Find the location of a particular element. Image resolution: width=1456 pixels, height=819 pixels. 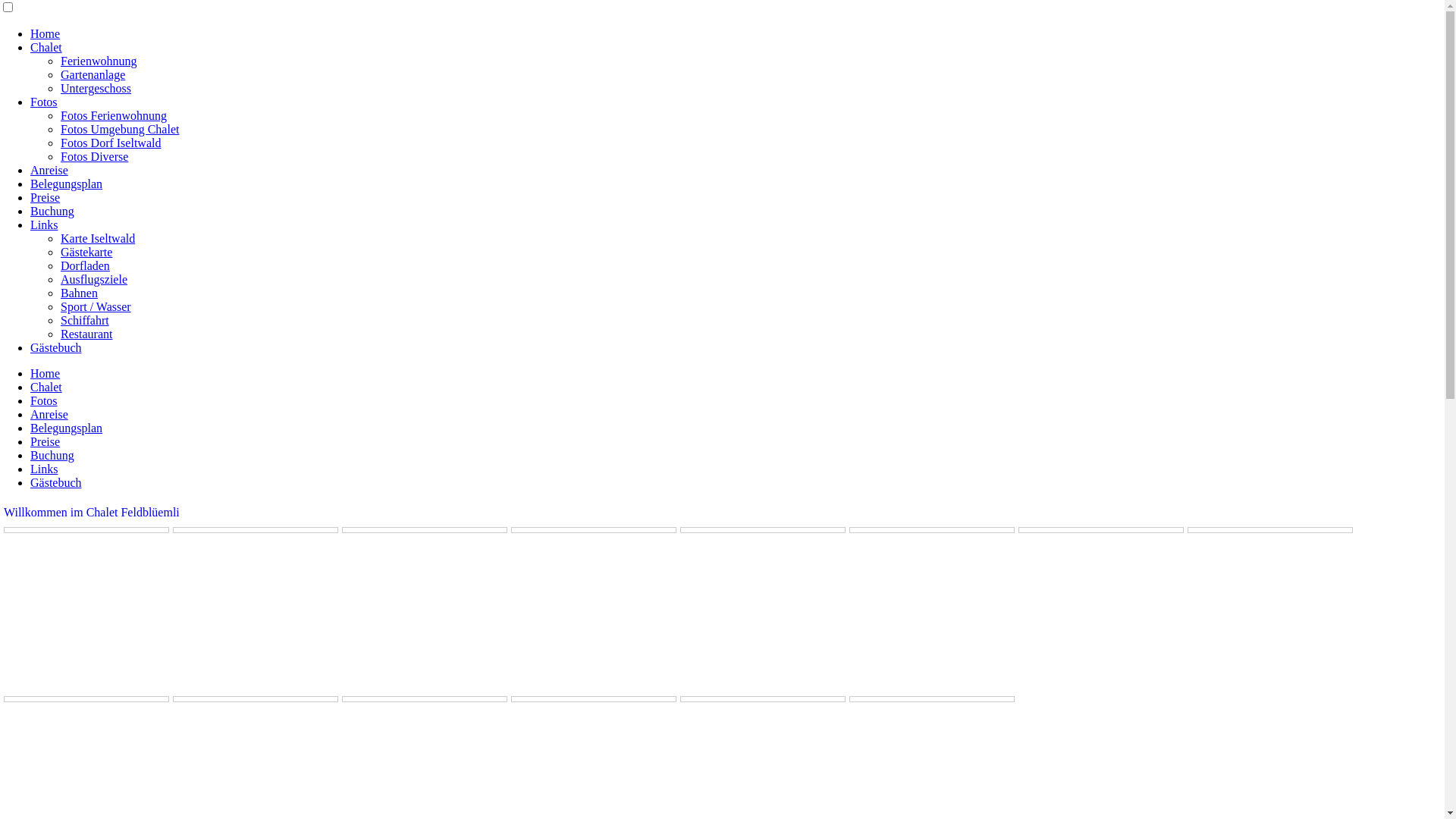

'Dorfladen' is located at coordinates (84, 265).